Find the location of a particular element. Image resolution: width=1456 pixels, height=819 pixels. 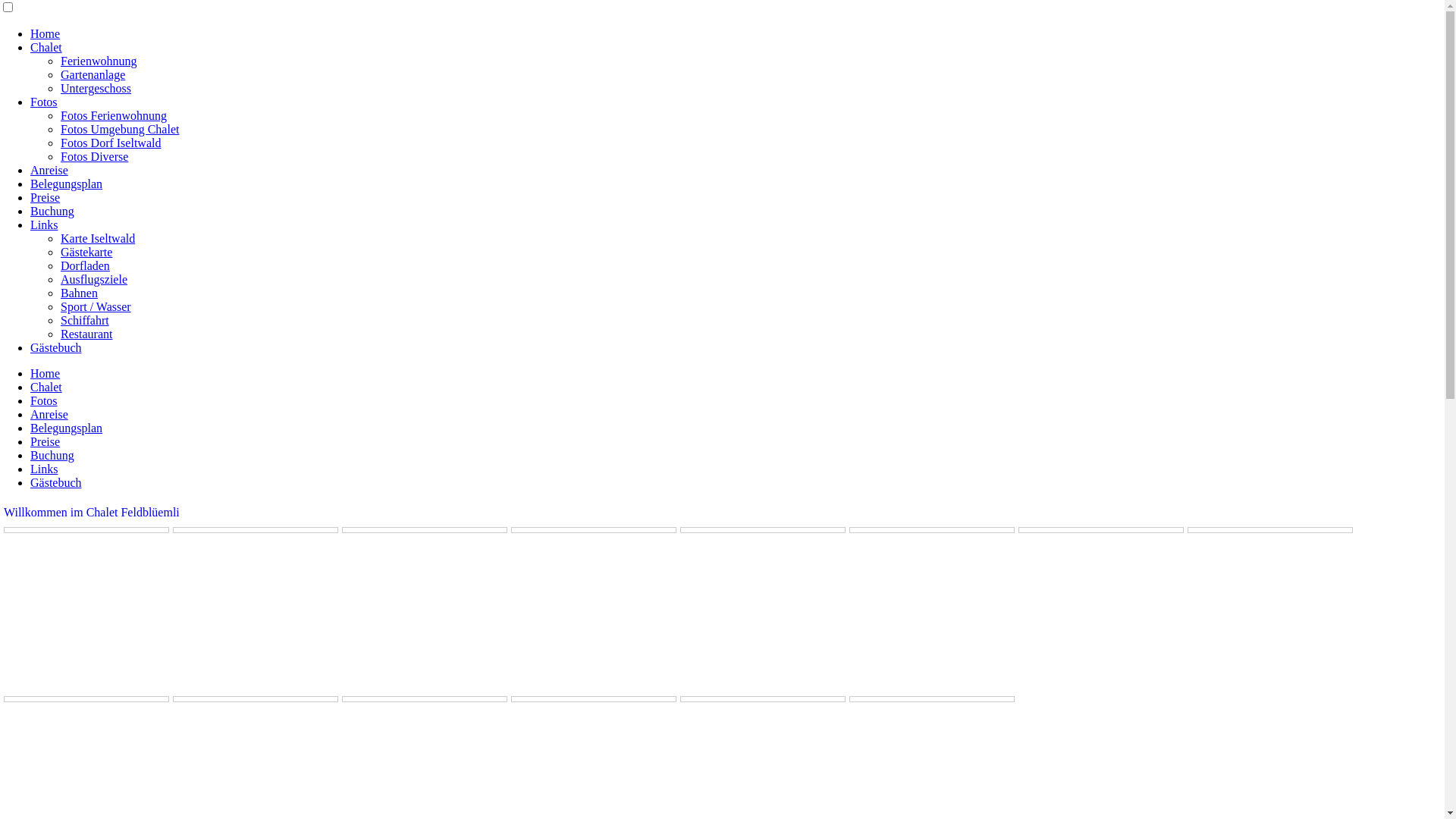

'Dorfladen' is located at coordinates (84, 265).